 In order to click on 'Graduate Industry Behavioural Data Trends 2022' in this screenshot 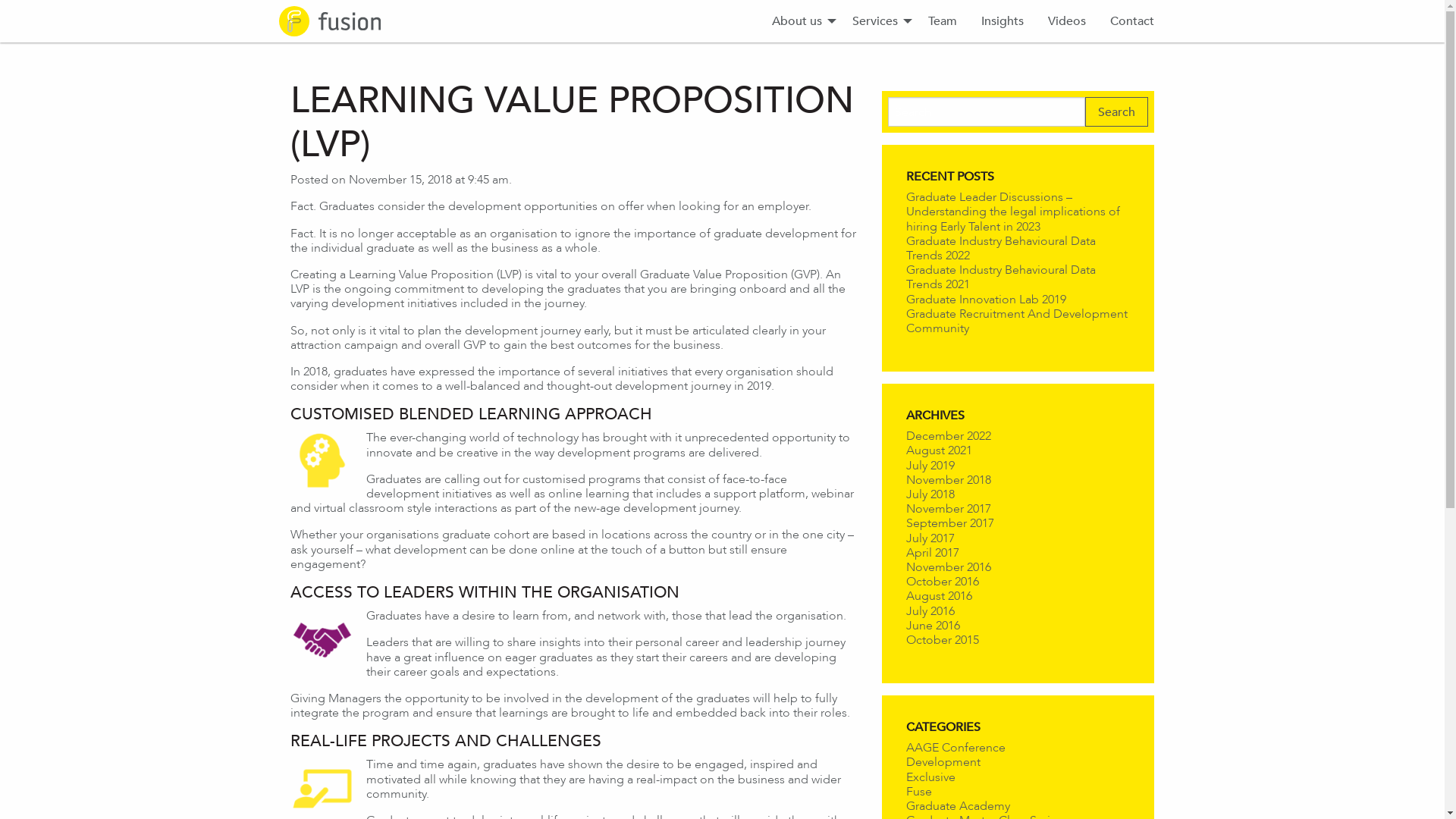, I will do `click(1000, 247)`.